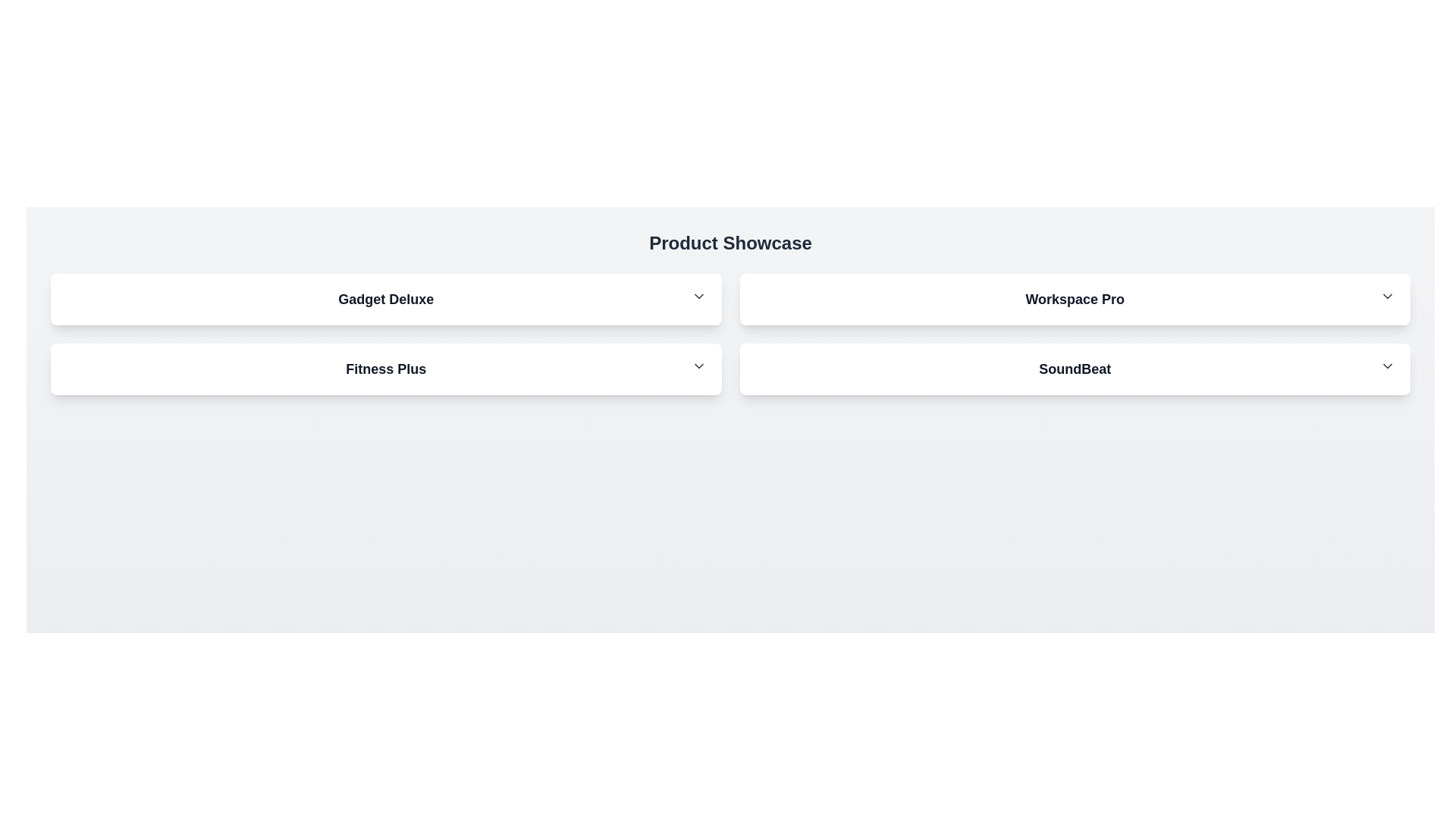  I want to click on the SVG chevron icon in the top-right corner of the 'Workspace Pro' card, so click(1387, 296).